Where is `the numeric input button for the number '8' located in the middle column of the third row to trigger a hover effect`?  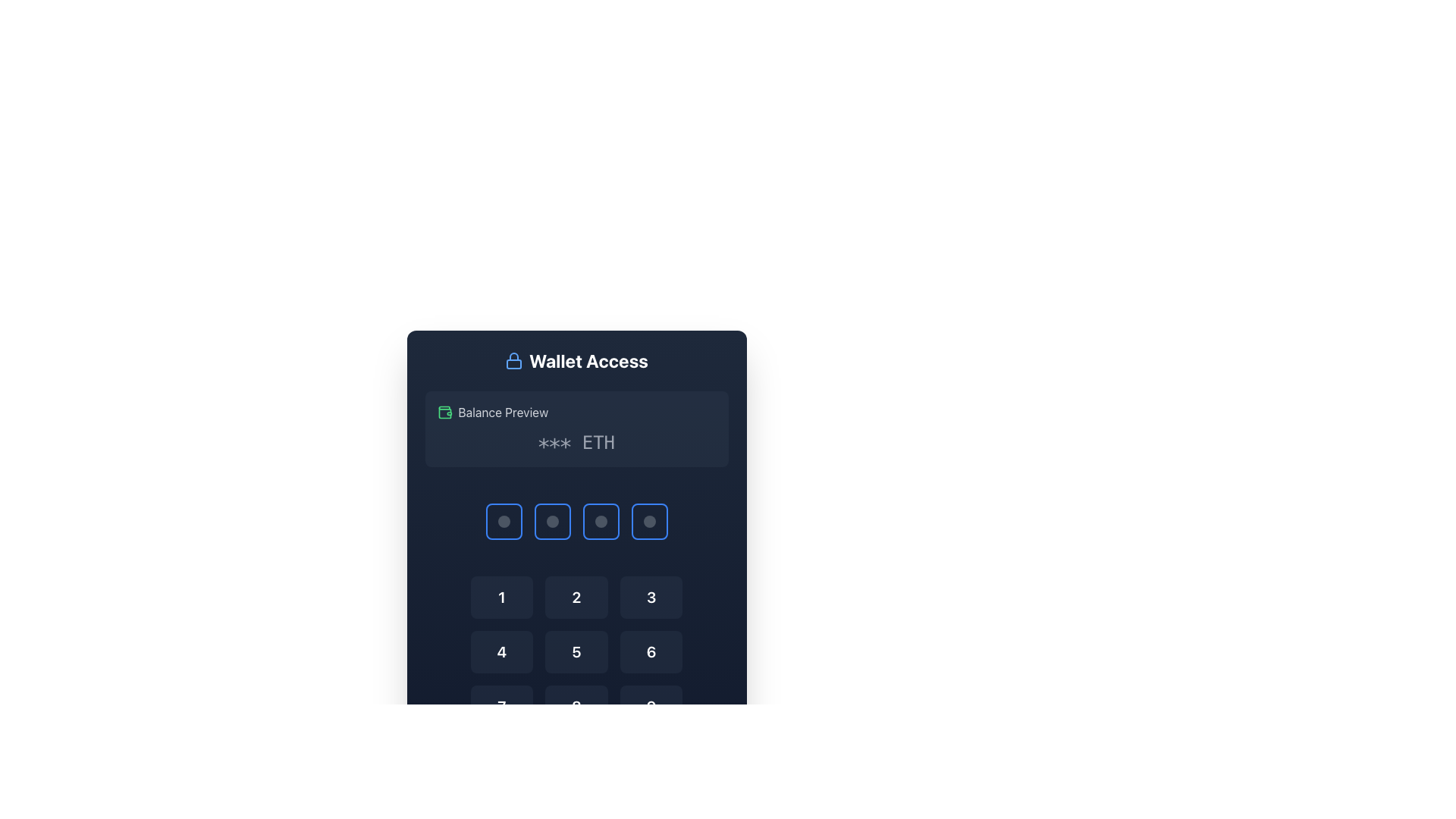
the numeric input button for the number '8' located in the middle column of the third row to trigger a hover effect is located at coordinates (576, 707).